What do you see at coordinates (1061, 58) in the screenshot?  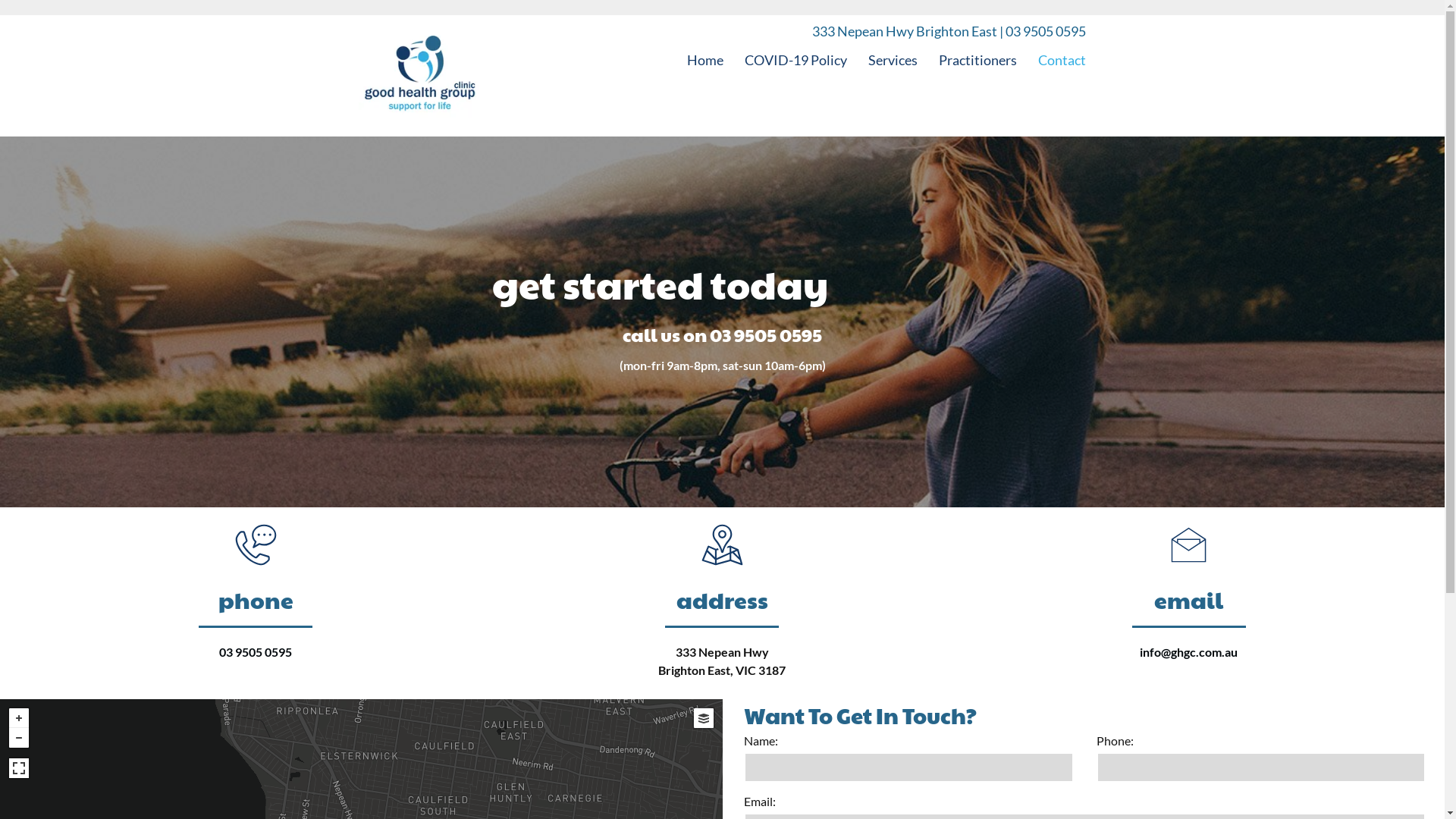 I see `'Contact'` at bounding box center [1061, 58].